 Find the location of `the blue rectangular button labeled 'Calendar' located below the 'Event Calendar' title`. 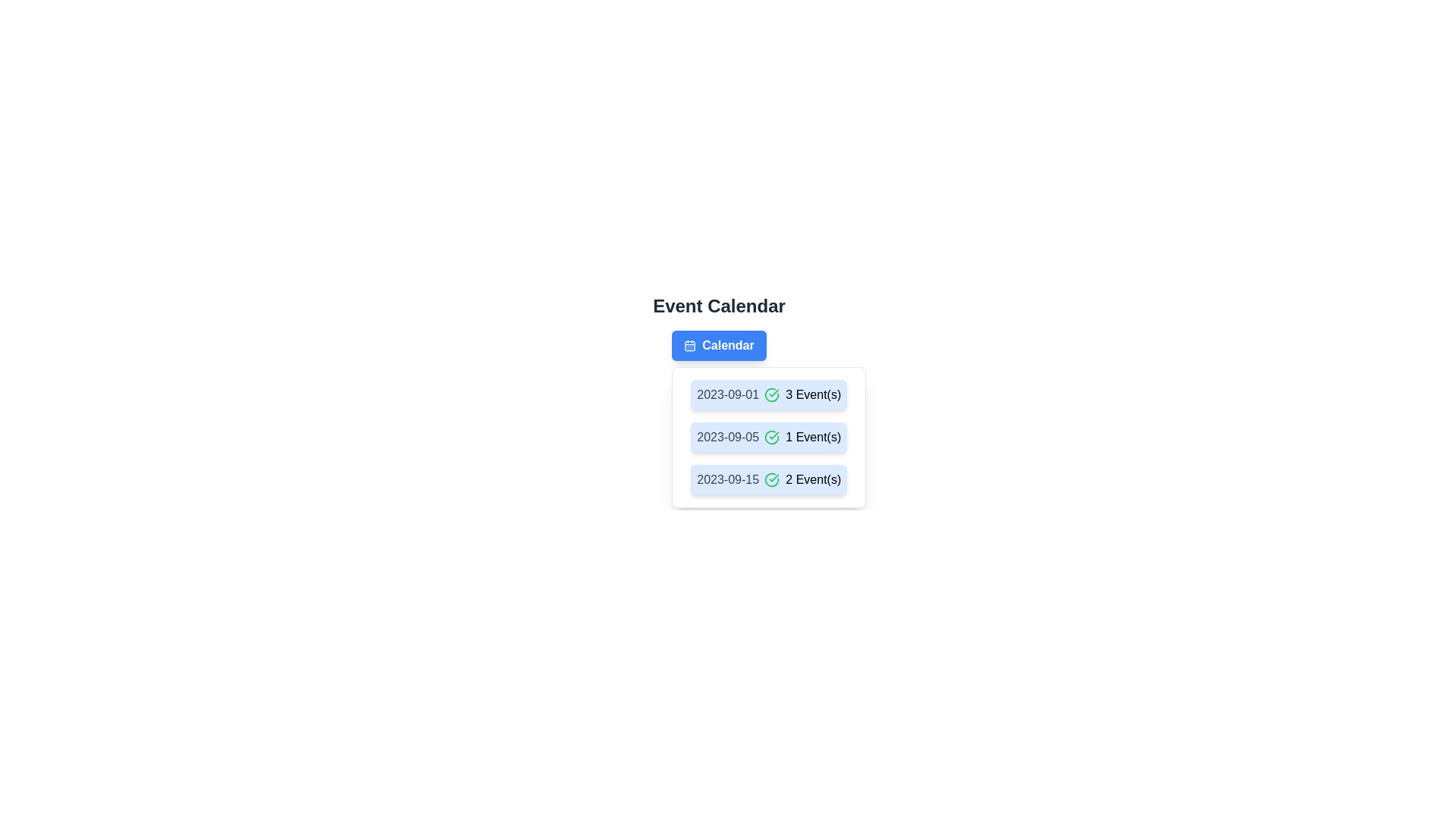

the blue rectangular button labeled 'Calendar' located below the 'Event Calendar' title is located at coordinates (718, 345).